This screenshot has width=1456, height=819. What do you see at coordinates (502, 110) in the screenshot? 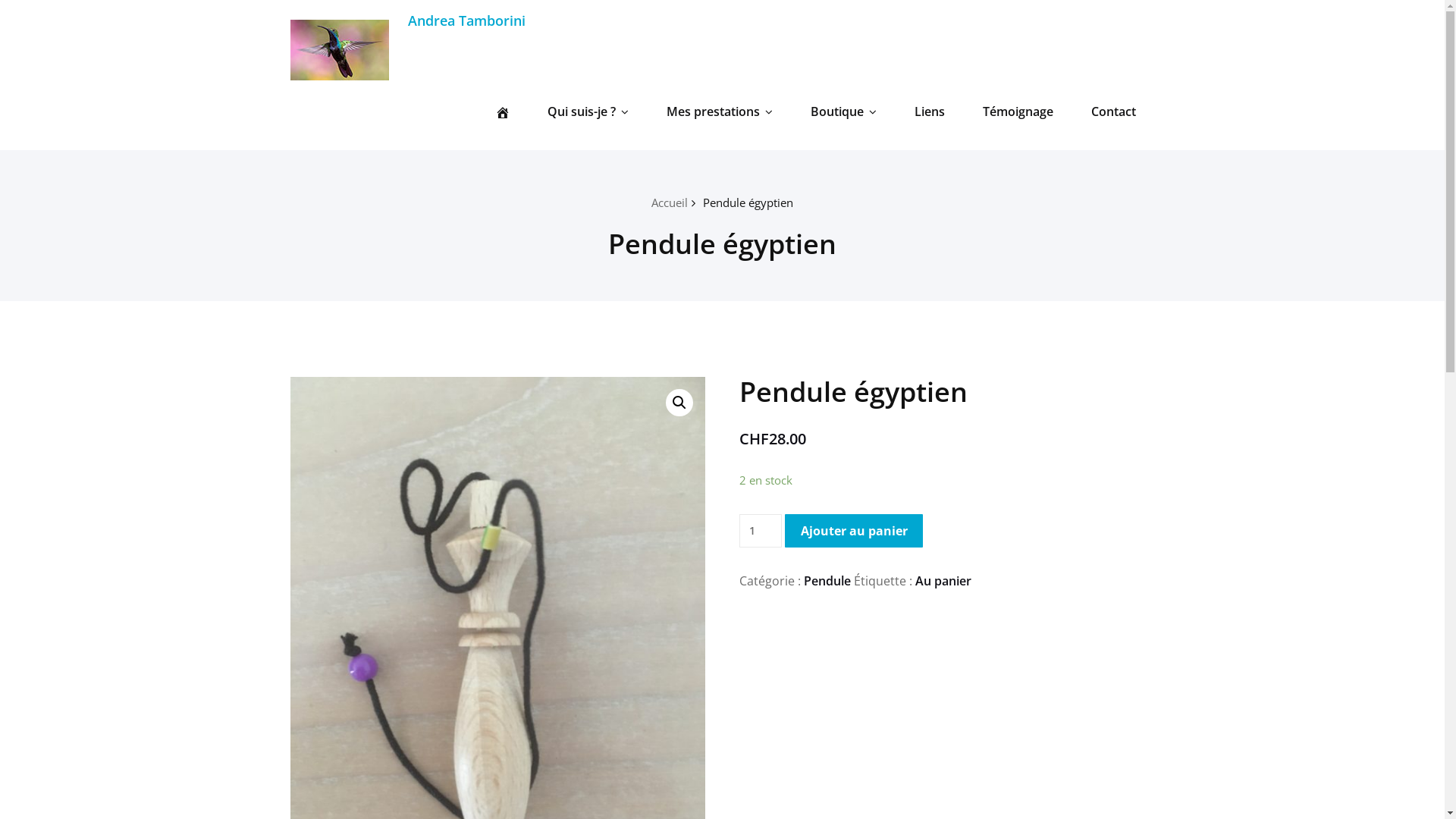
I see `'Home'` at bounding box center [502, 110].